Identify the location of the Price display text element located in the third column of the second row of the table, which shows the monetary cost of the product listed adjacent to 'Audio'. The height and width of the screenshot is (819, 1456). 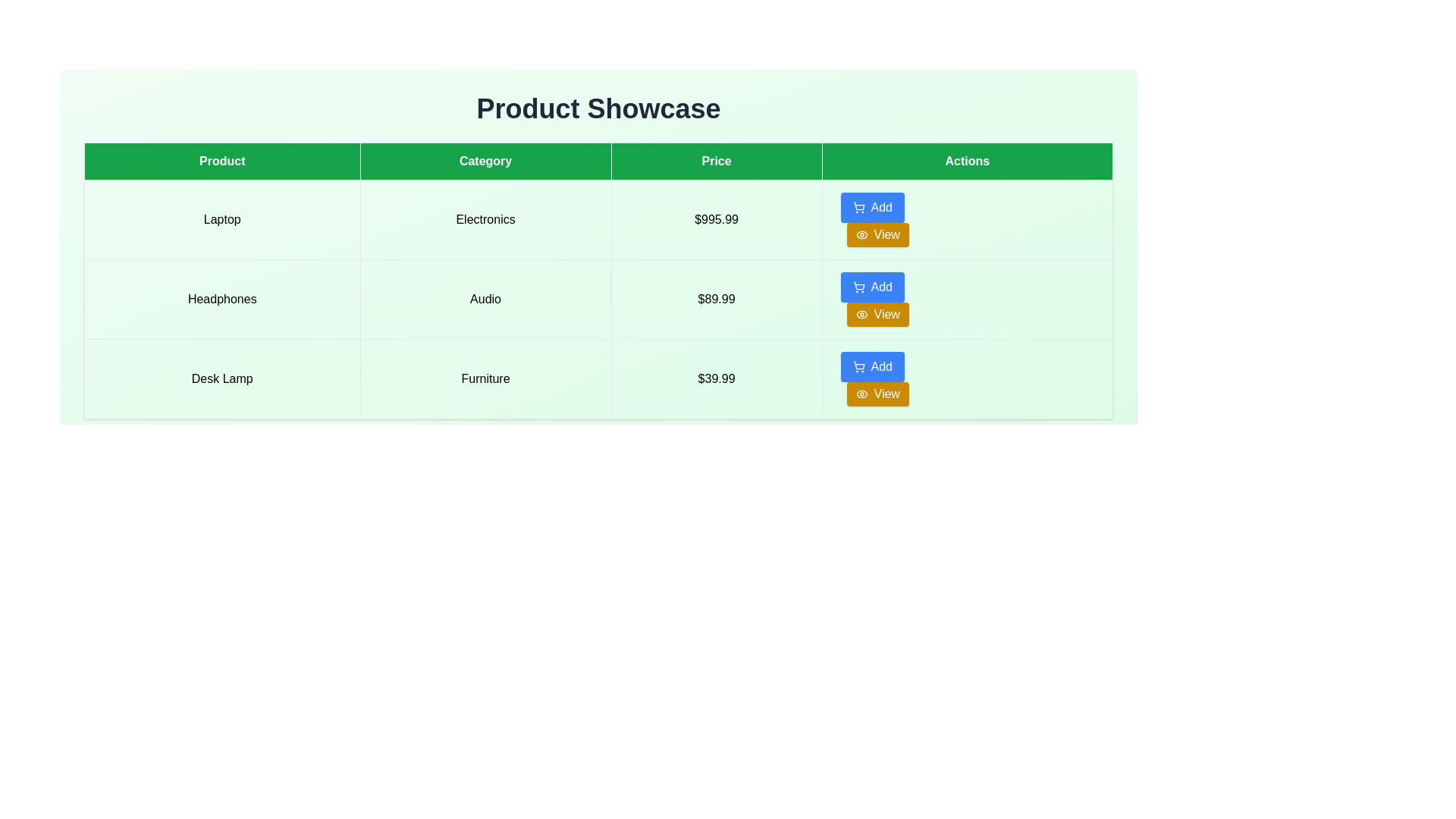
(716, 299).